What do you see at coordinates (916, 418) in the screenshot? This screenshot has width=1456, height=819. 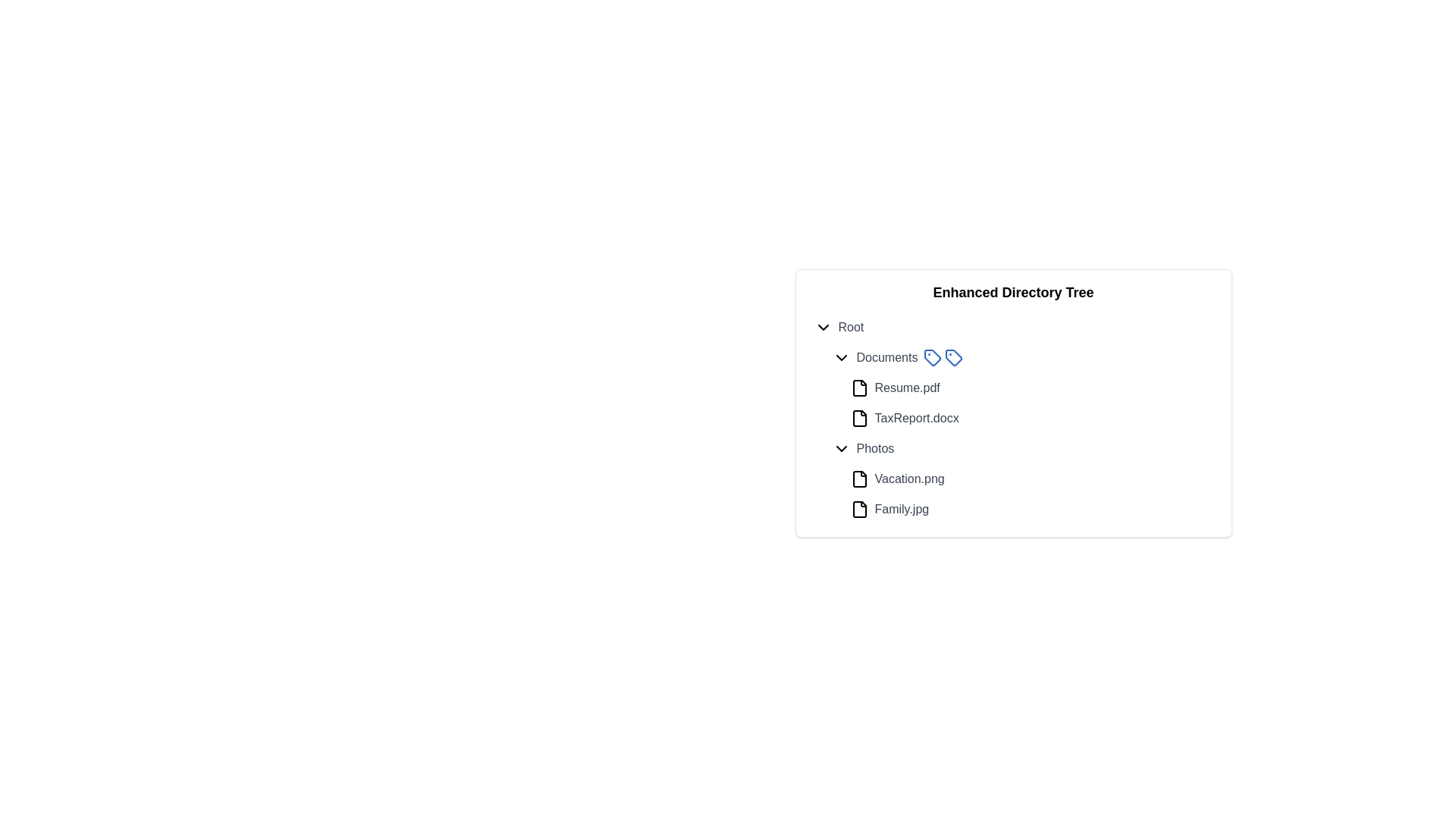 I see `the text label representing the file entry 'TaxReport.docx'` at bounding box center [916, 418].